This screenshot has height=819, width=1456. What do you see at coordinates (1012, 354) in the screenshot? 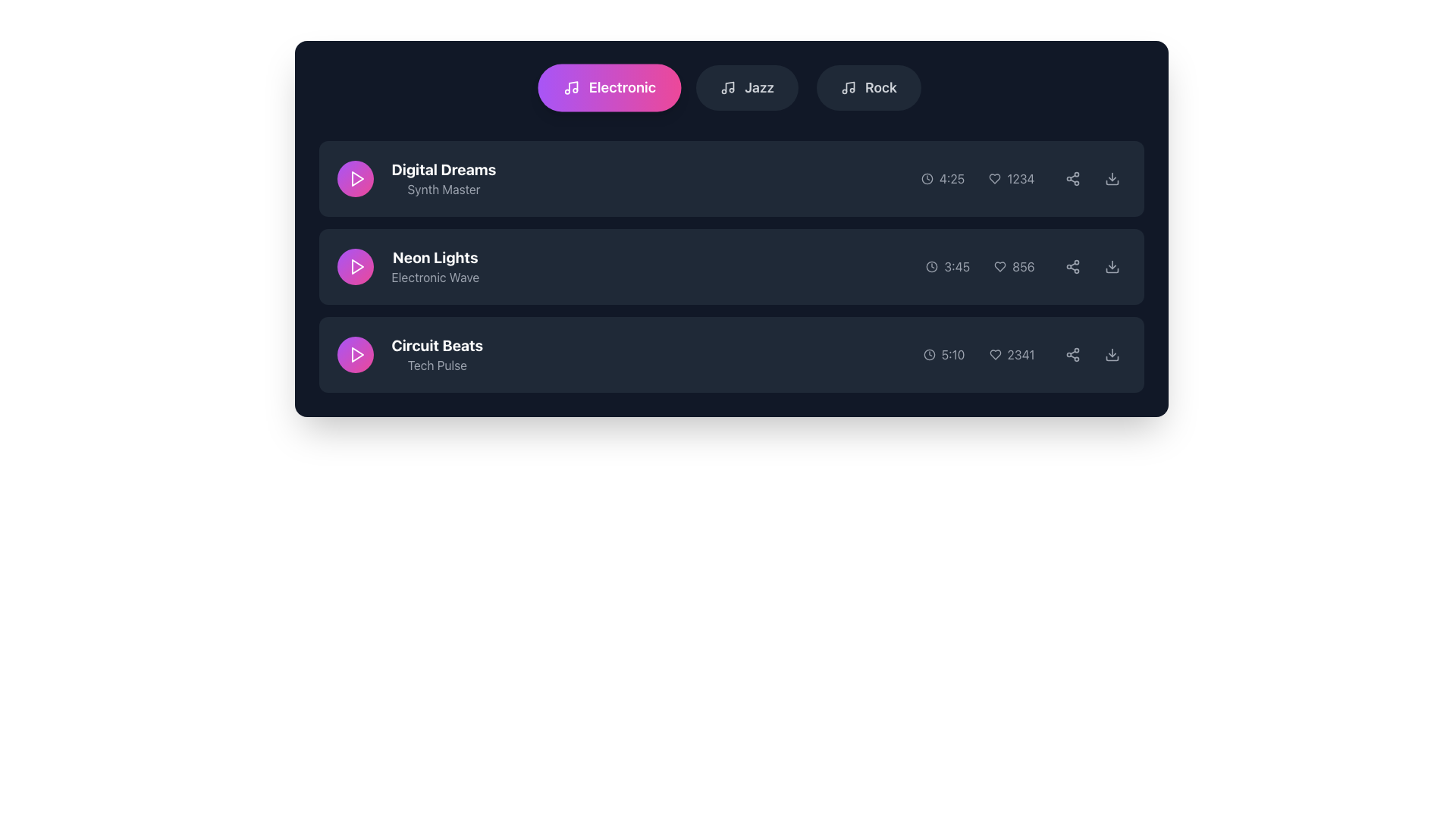
I see `the text label displaying the number of likes or favorites for the music track in the 'Circuit Beats' row, located to the right of the track duration` at bounding box center [1012, 354].